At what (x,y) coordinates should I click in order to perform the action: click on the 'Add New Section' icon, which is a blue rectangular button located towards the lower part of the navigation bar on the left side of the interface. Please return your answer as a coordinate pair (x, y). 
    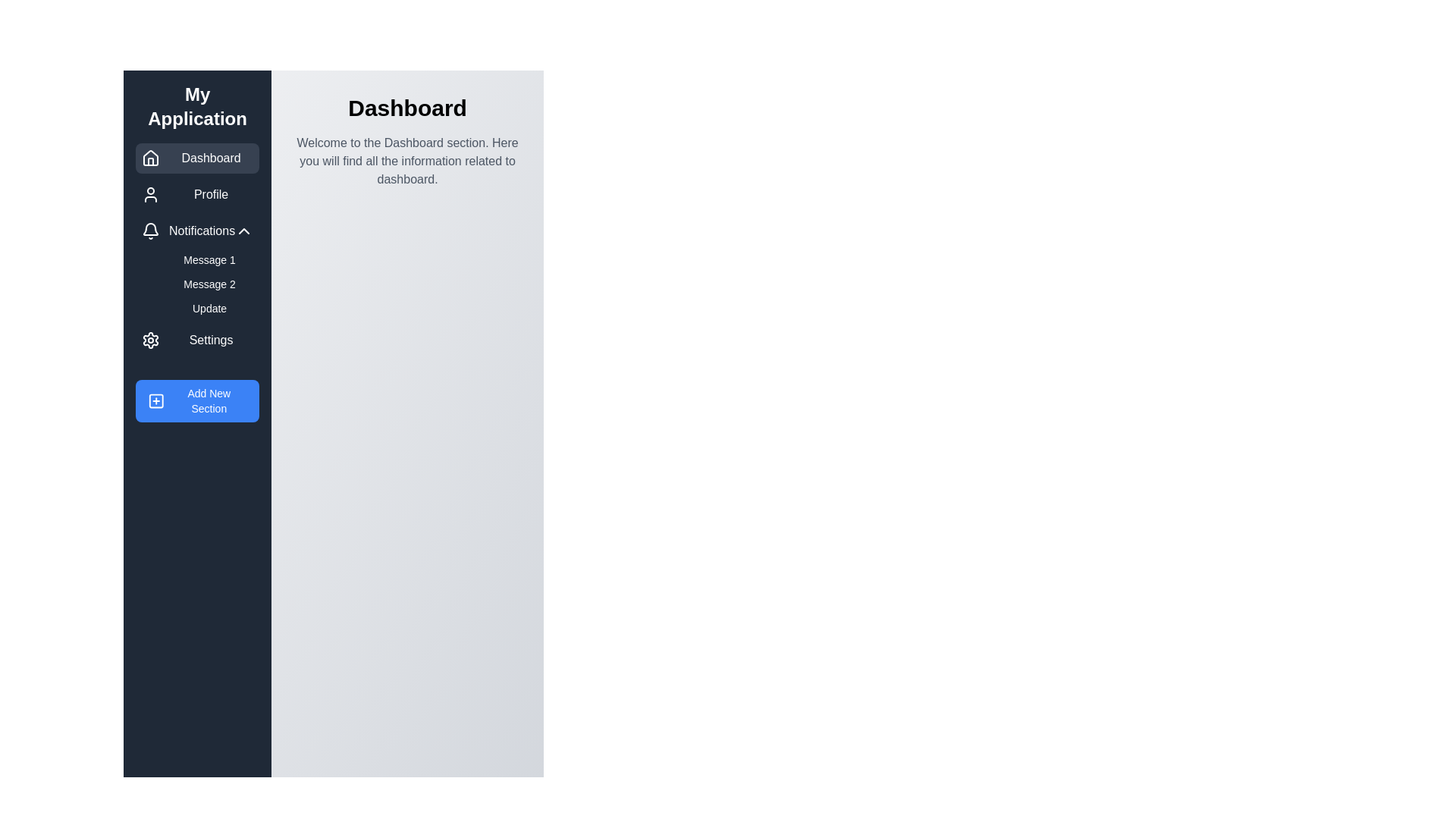
    Looking at the image, I should click on (156, 400).